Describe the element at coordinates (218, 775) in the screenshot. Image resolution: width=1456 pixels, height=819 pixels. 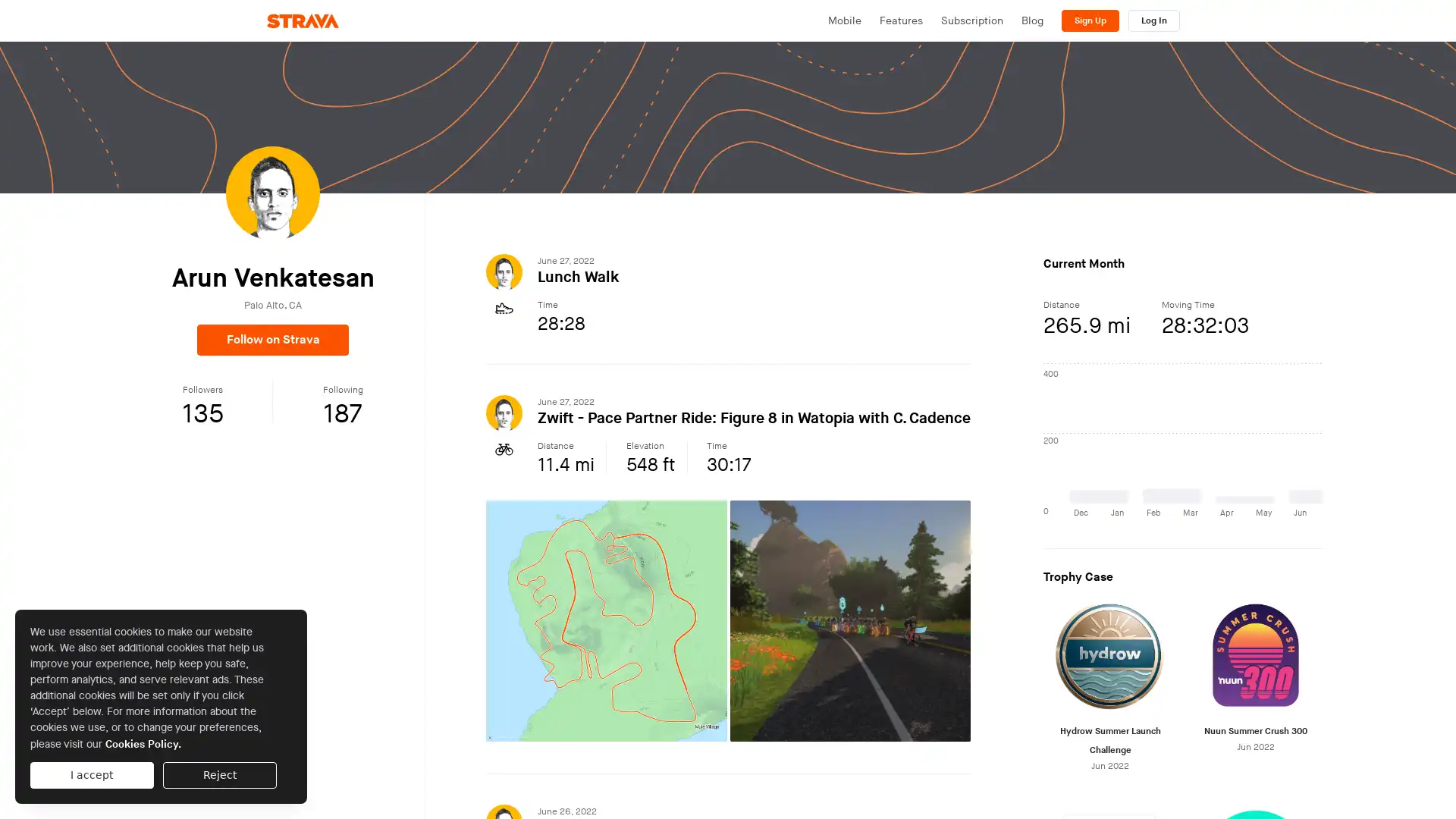
I see `Reject` at that location.